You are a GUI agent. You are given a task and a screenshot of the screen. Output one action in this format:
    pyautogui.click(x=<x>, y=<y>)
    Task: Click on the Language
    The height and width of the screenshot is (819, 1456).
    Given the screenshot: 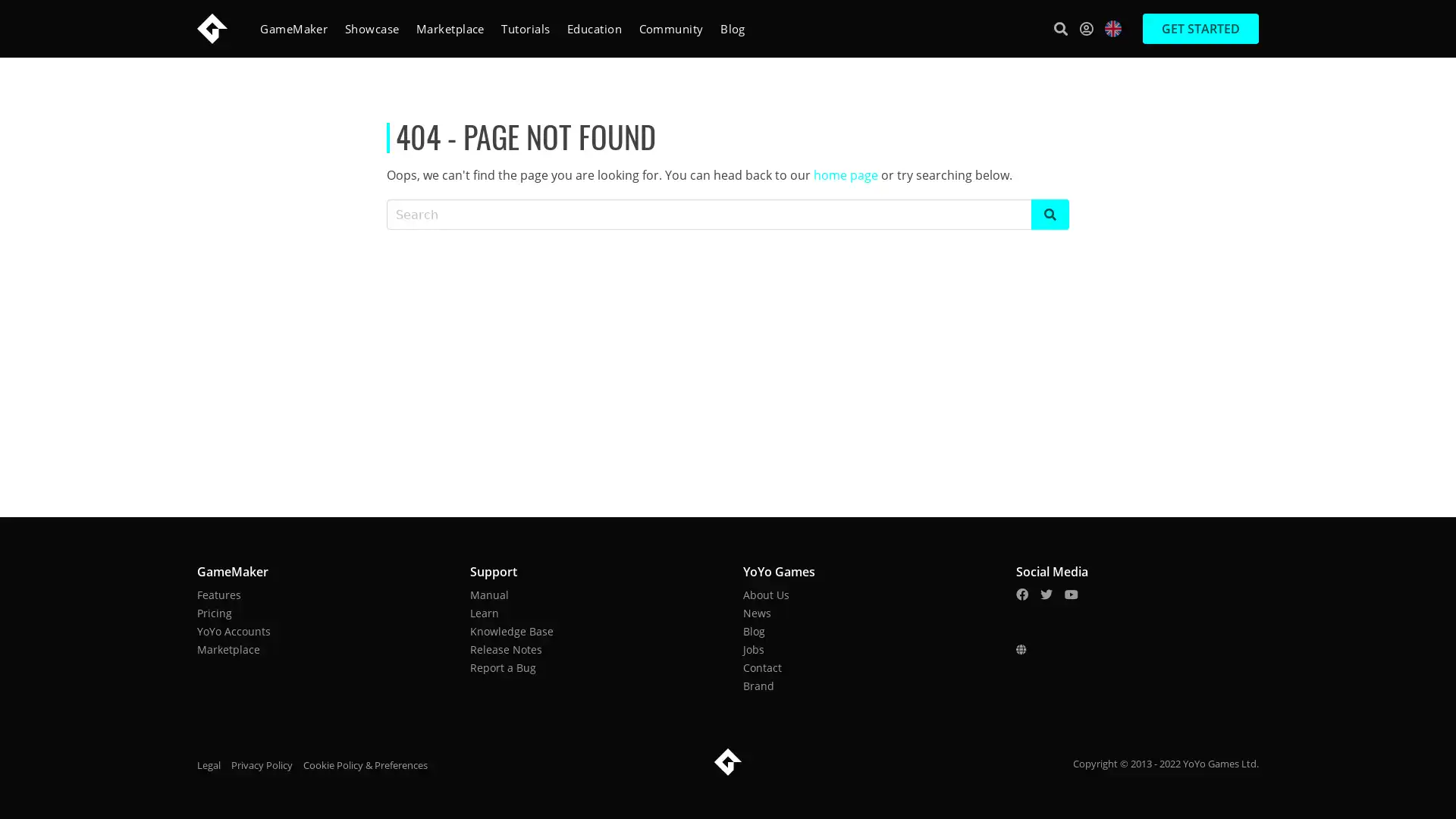 What is the action you would take?
    pyautogui.click(x=1113, y=29)
    